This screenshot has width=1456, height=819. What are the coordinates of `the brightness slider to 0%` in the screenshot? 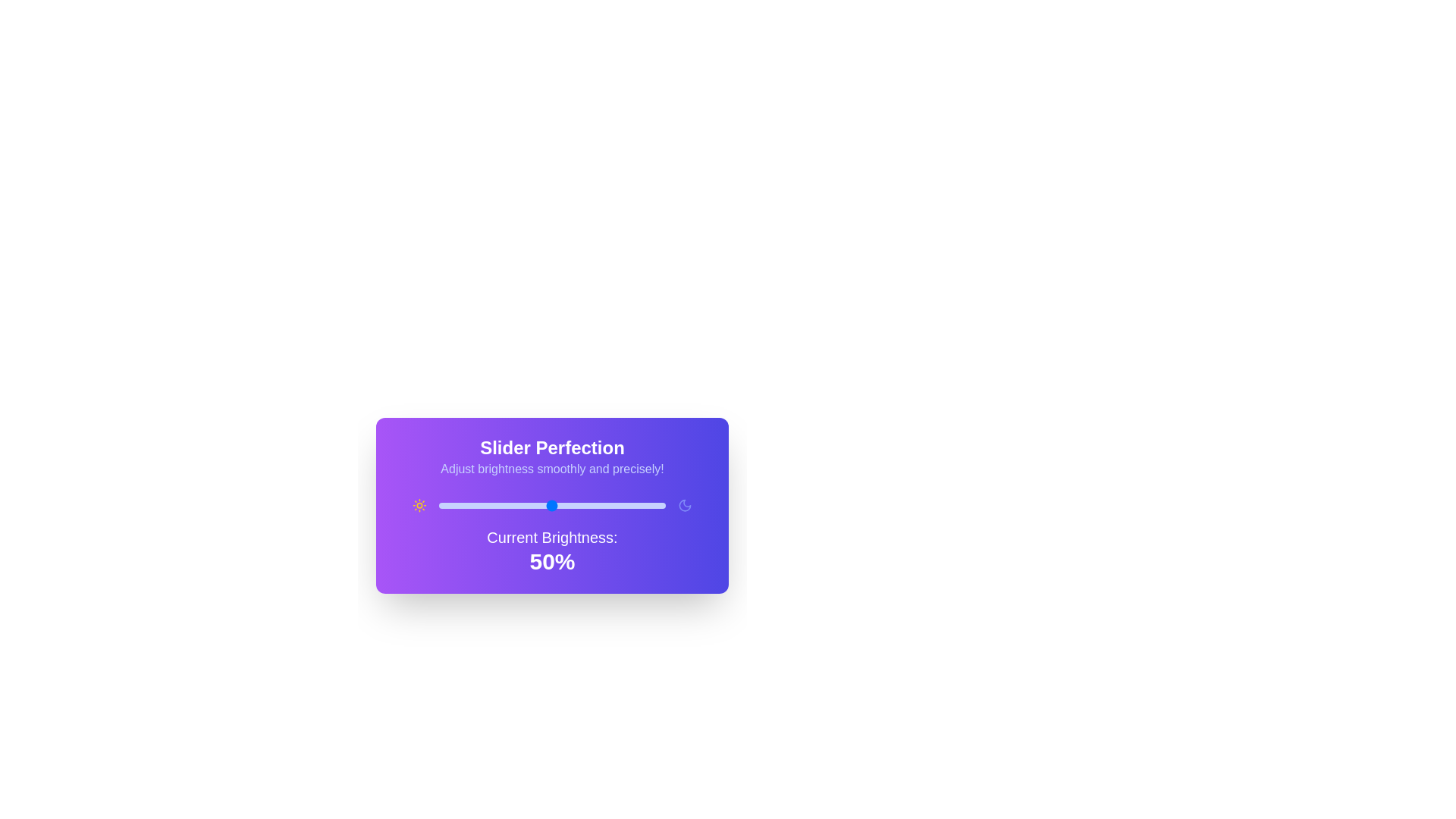 It's located at (438, 506).